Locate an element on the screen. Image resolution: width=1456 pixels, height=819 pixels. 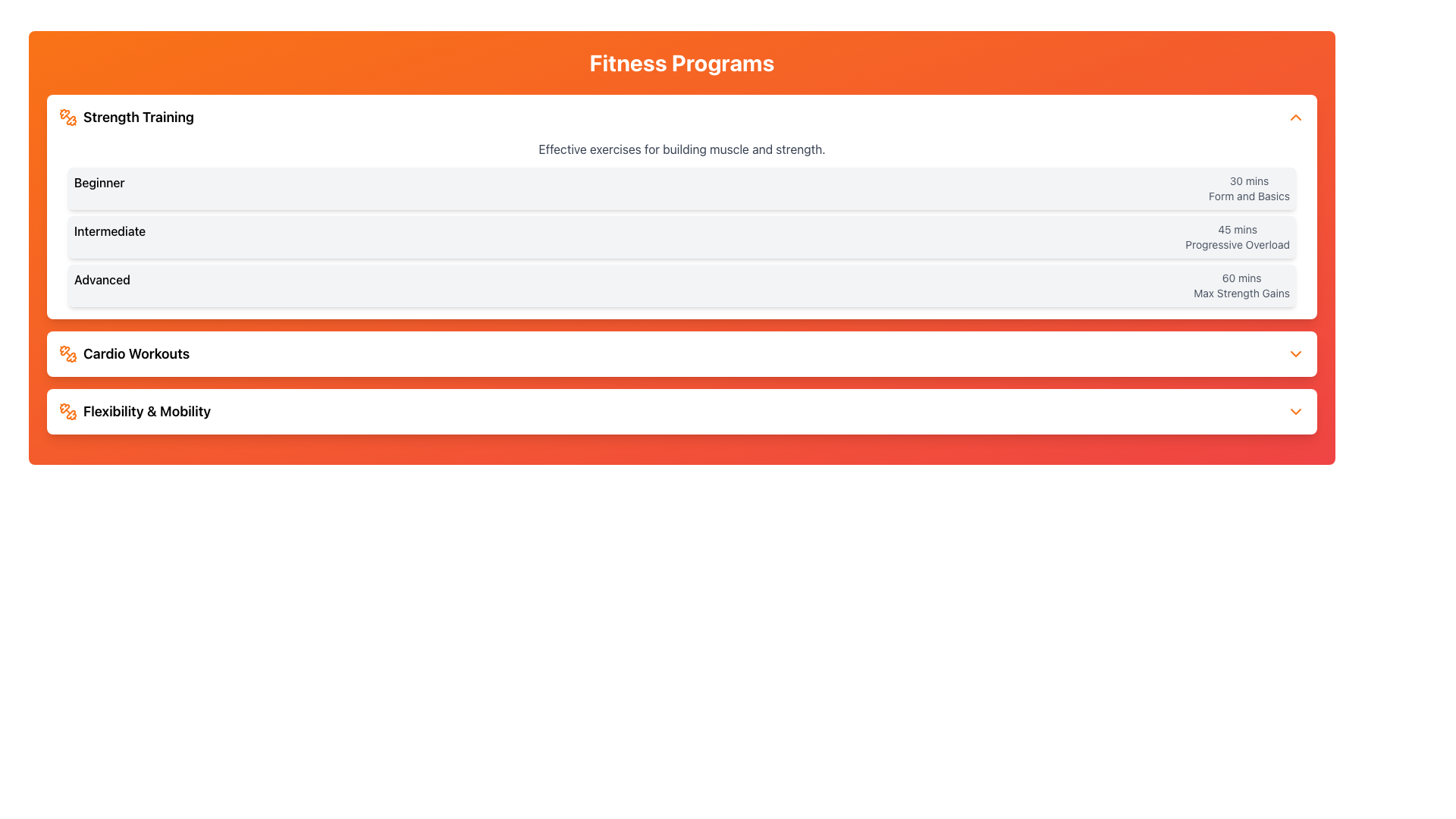
the Static Text Label that describes the training program as 'Progressive Overload', located in the 'Intermediate' row under the 'Strength Training' section, to the right of the '45 mins' label is located at coordinates (1238, 244).